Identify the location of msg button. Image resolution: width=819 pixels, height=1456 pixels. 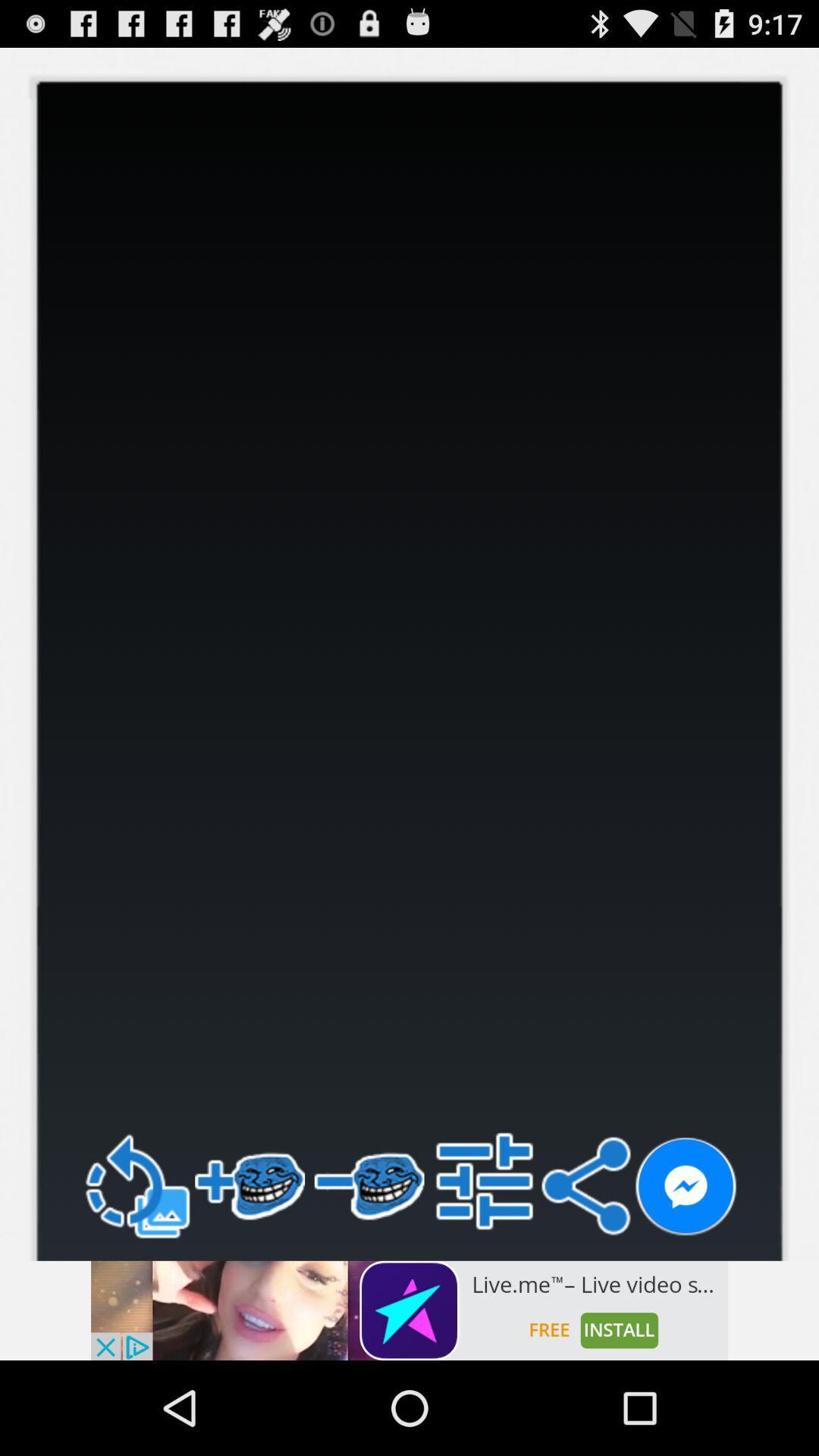
(686, 1186).